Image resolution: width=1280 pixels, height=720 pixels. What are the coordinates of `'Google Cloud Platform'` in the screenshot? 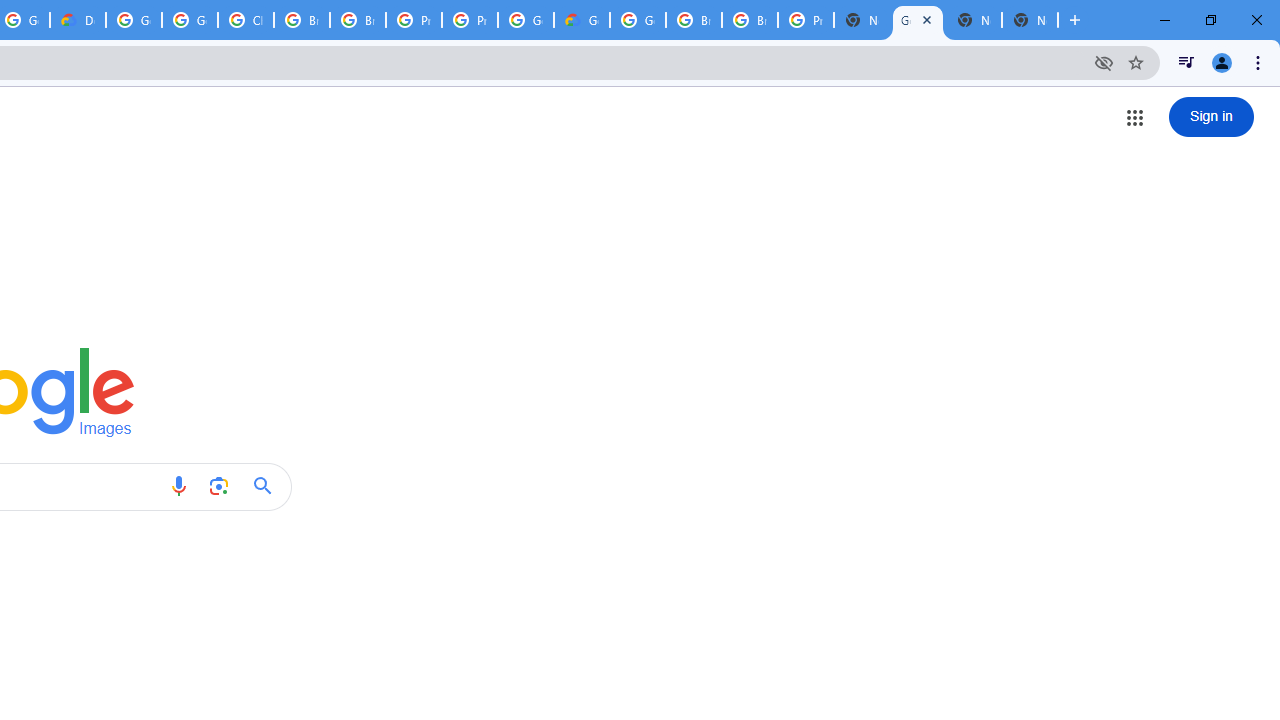 It's located at (637, 20).